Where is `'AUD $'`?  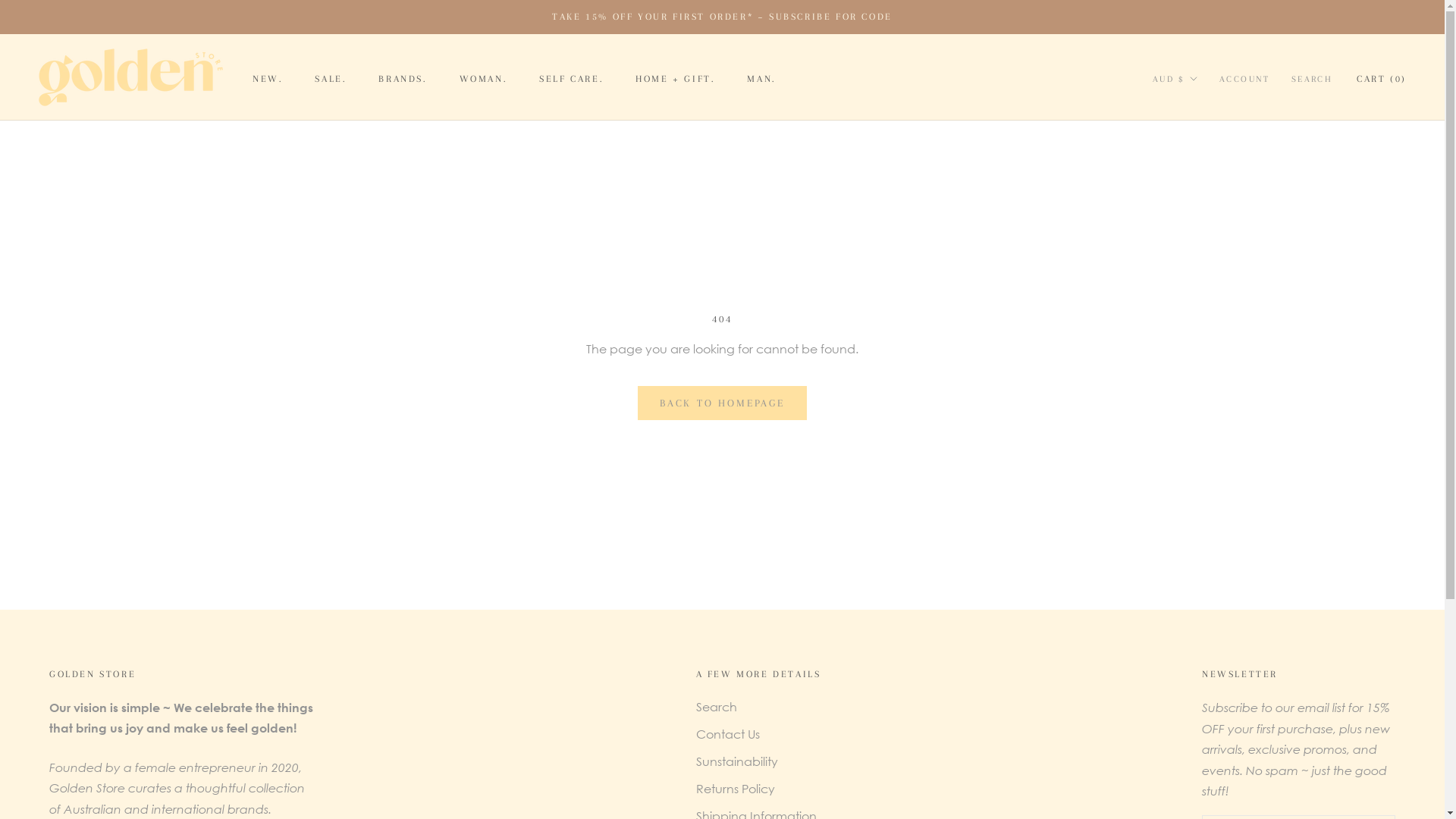
'AUD $' is located at coordinates (1175, 79).